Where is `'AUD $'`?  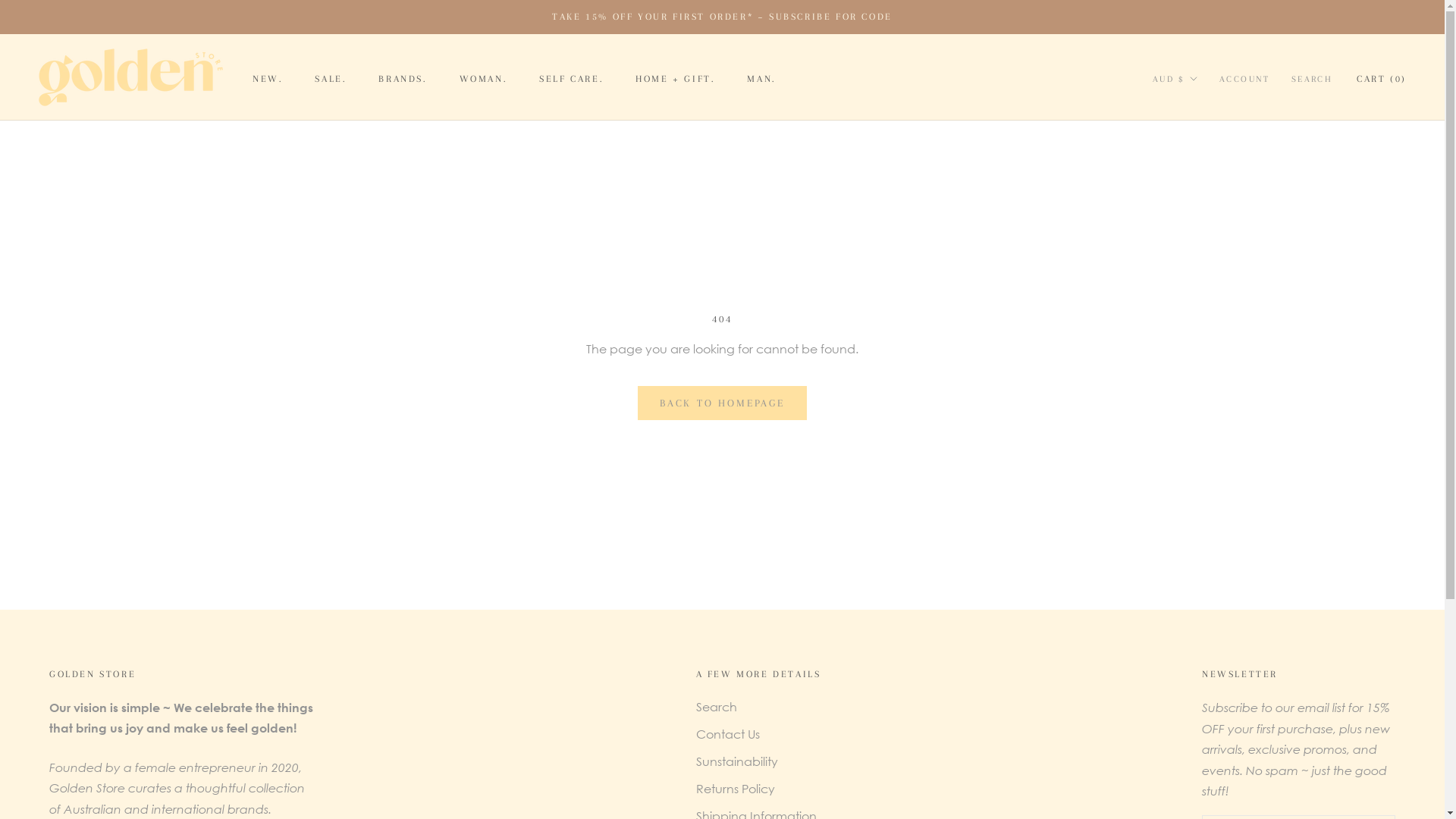
'AUD $' is located at coordinates (1175, 79).